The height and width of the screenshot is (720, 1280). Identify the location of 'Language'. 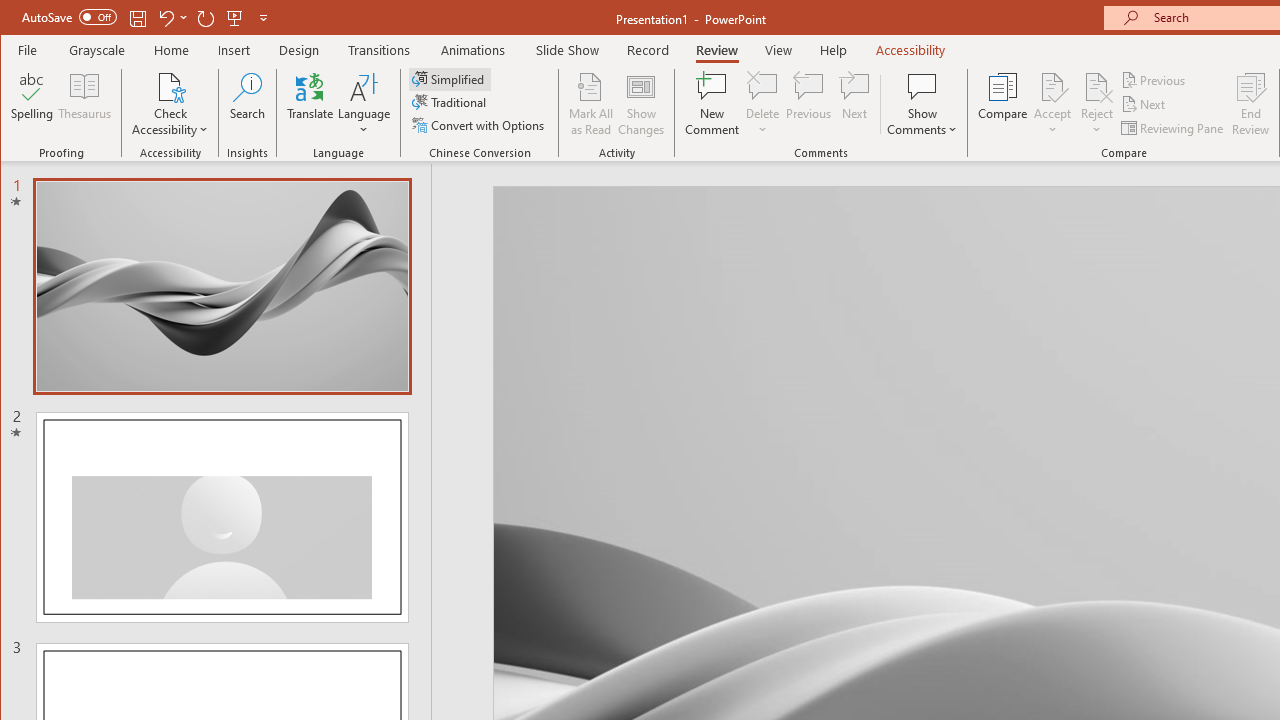
(364, 104).